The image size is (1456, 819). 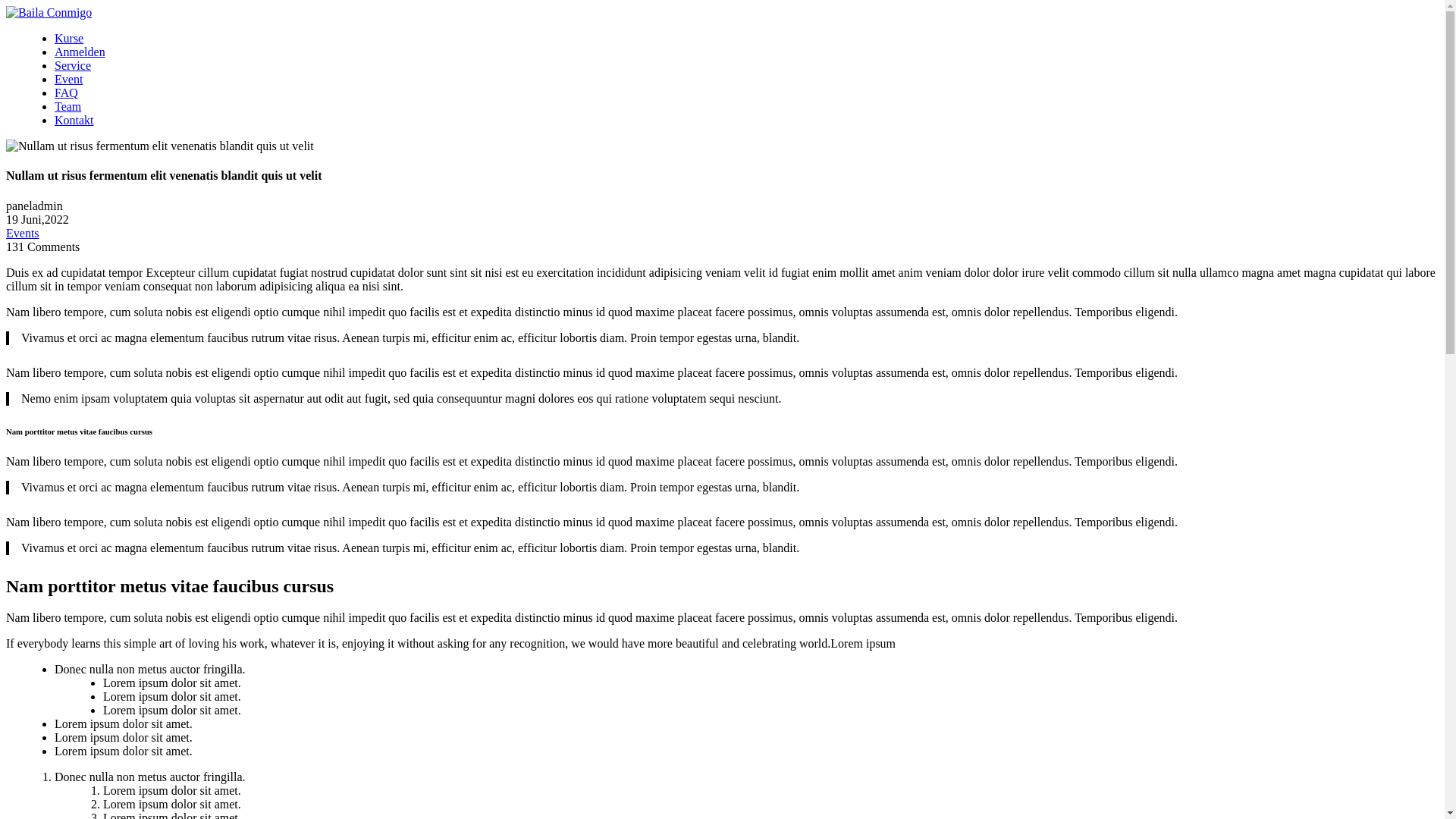 What do you see at coordinates (68, 37) in the screenshot?
I see `'Kurse'` at bounding box center [68, 37].